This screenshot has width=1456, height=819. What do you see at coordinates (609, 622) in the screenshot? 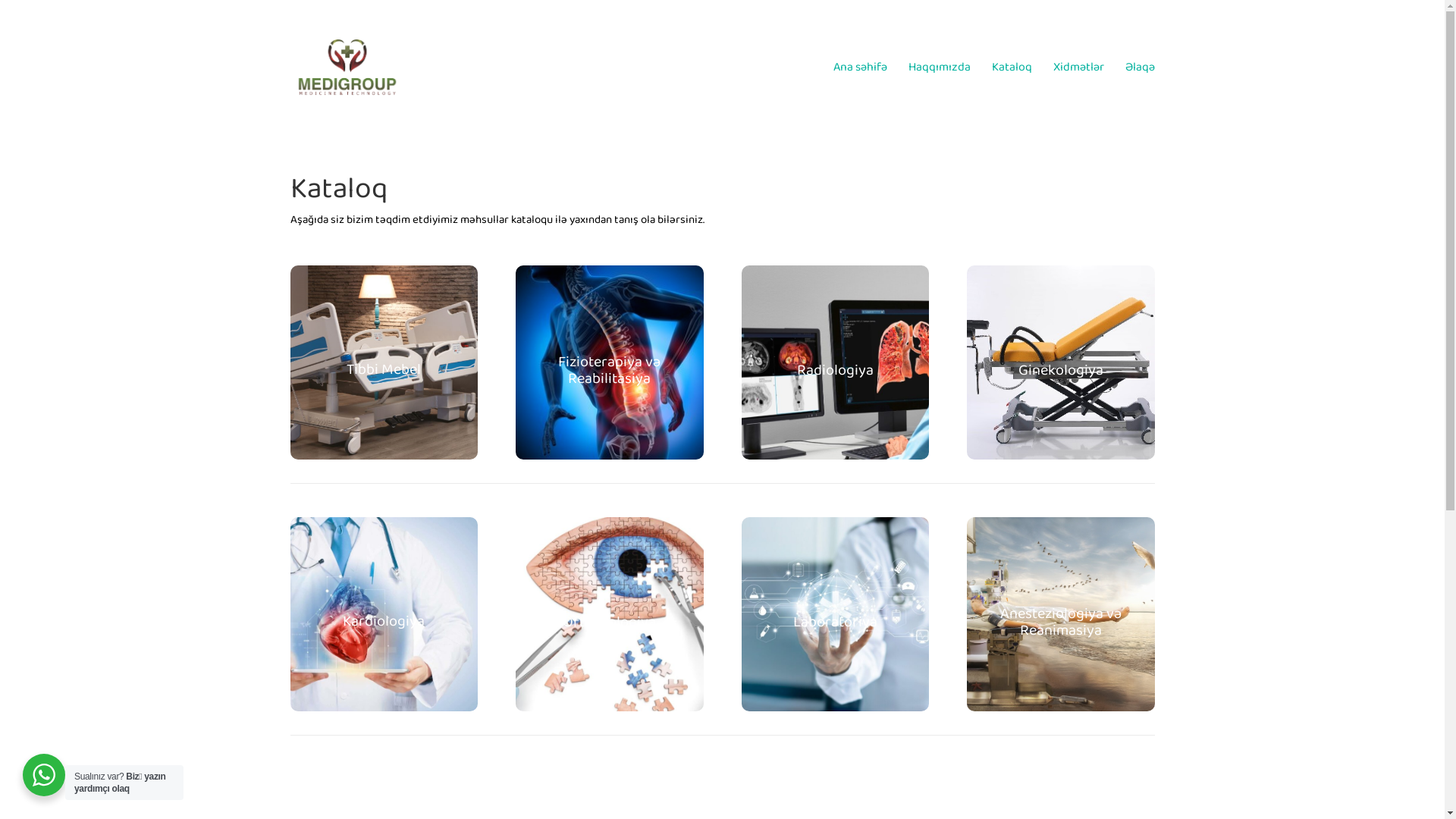
I see `'Oftalmologiya'` at bounding box center [609, 622].